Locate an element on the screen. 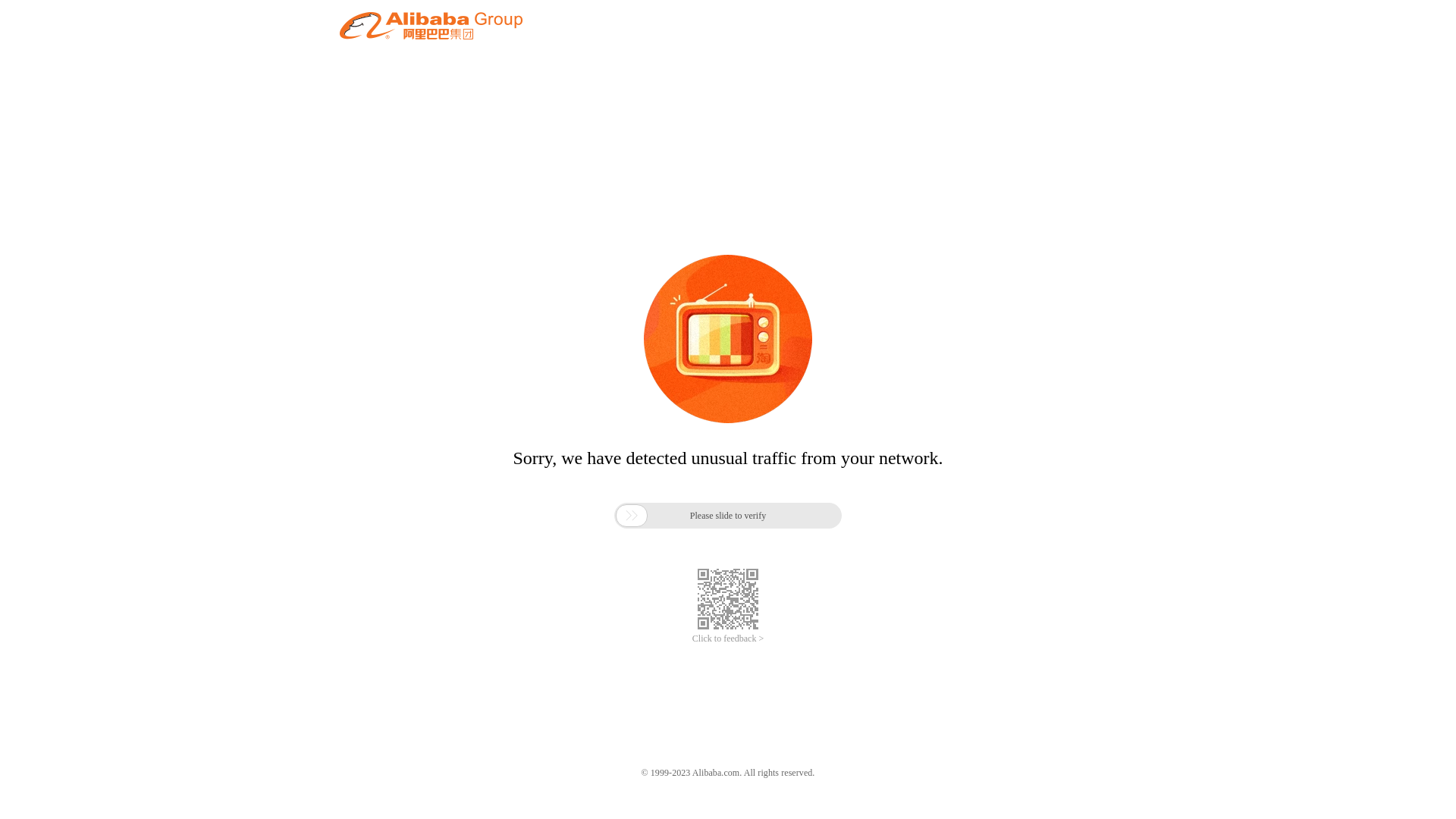  'Click to feedback >' is located at coordinates (691, 639).